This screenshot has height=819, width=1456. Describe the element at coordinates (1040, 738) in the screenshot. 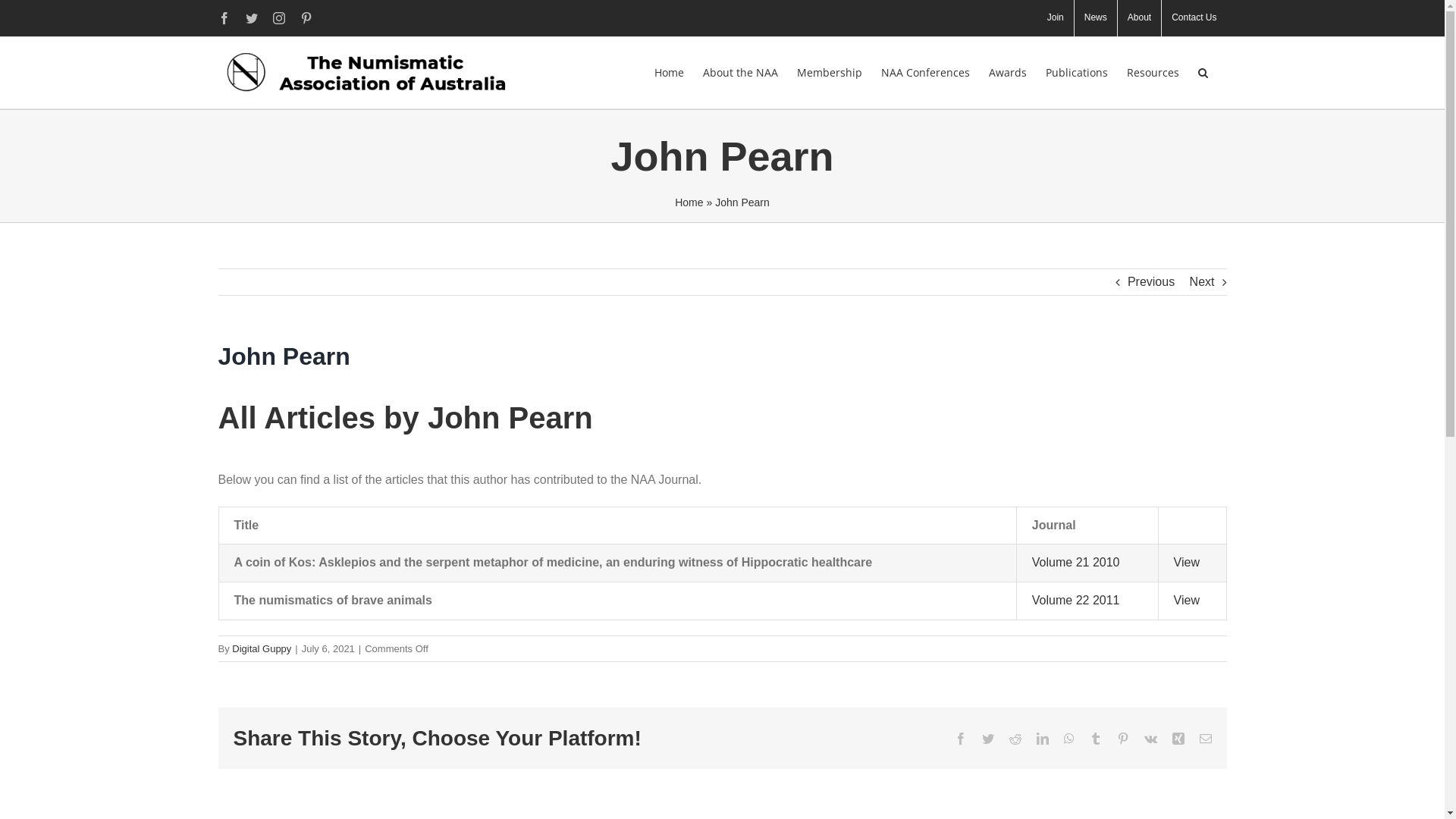

I see `'LinkedIn'` at that location.